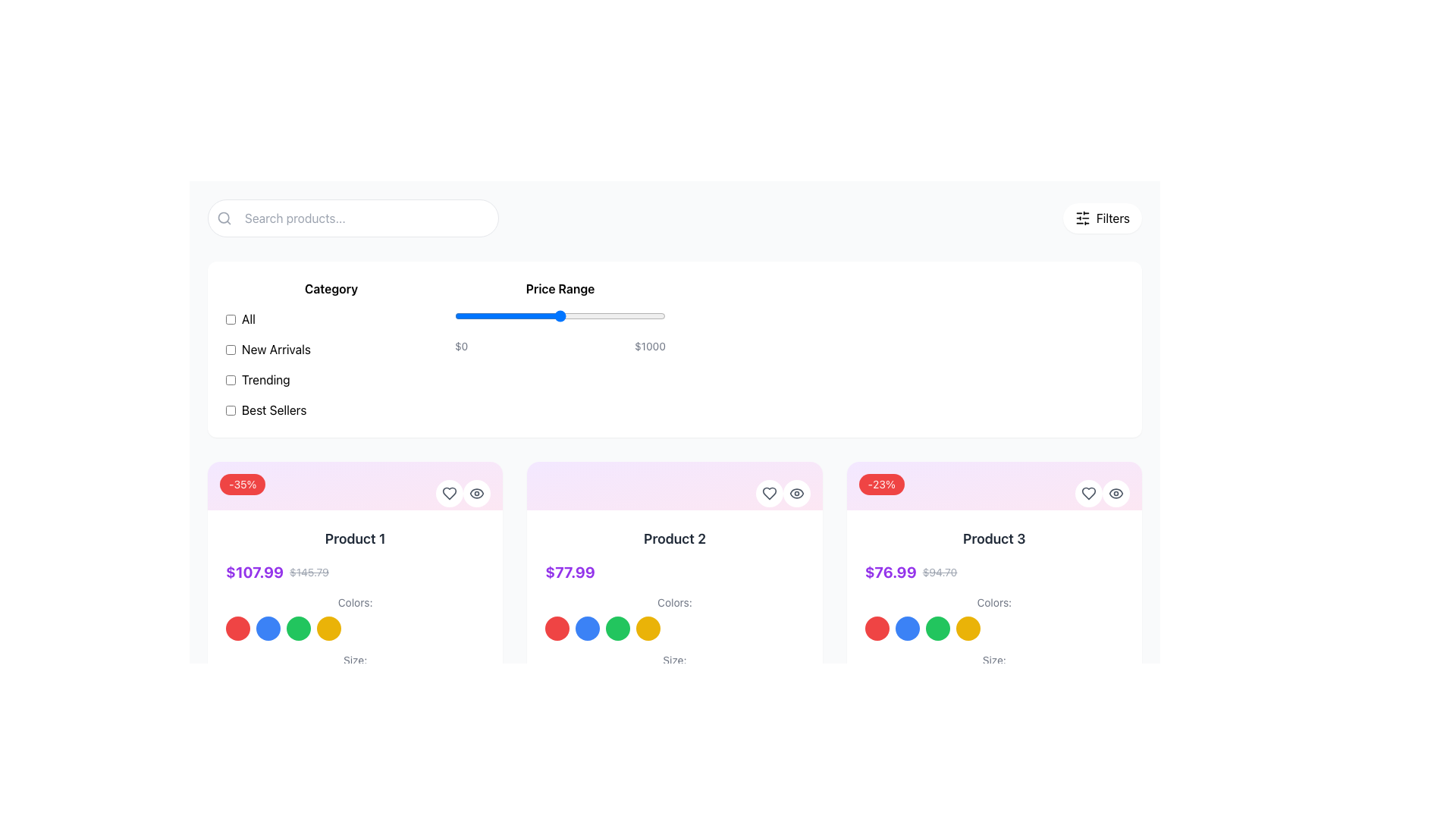 This screenshot has width=1456, height=819. I want to click on the selectable color option, which is a circular UI component with a green background, the third circle in a row of four located under 'Colors:' in the first product card on the left, so click(298, 629).